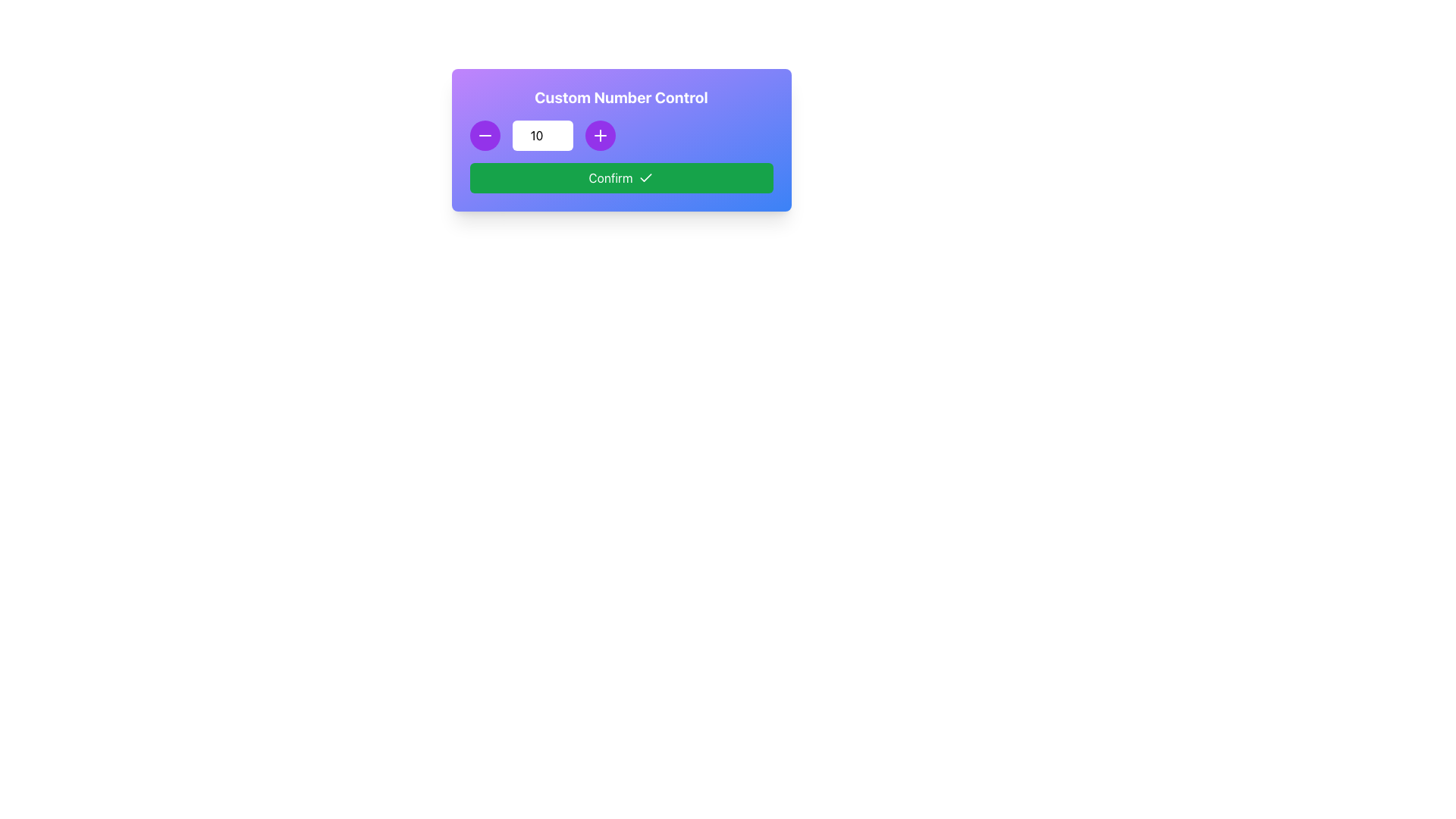 The width and height of the screenshot is (1456, 819). What do you see at coordinates (646, 177) in the screenshot?
I see `the checkmark icon located on the 'Confirm' button, which indicates confirmation or completion of an action` at bounding box center [646, 177].